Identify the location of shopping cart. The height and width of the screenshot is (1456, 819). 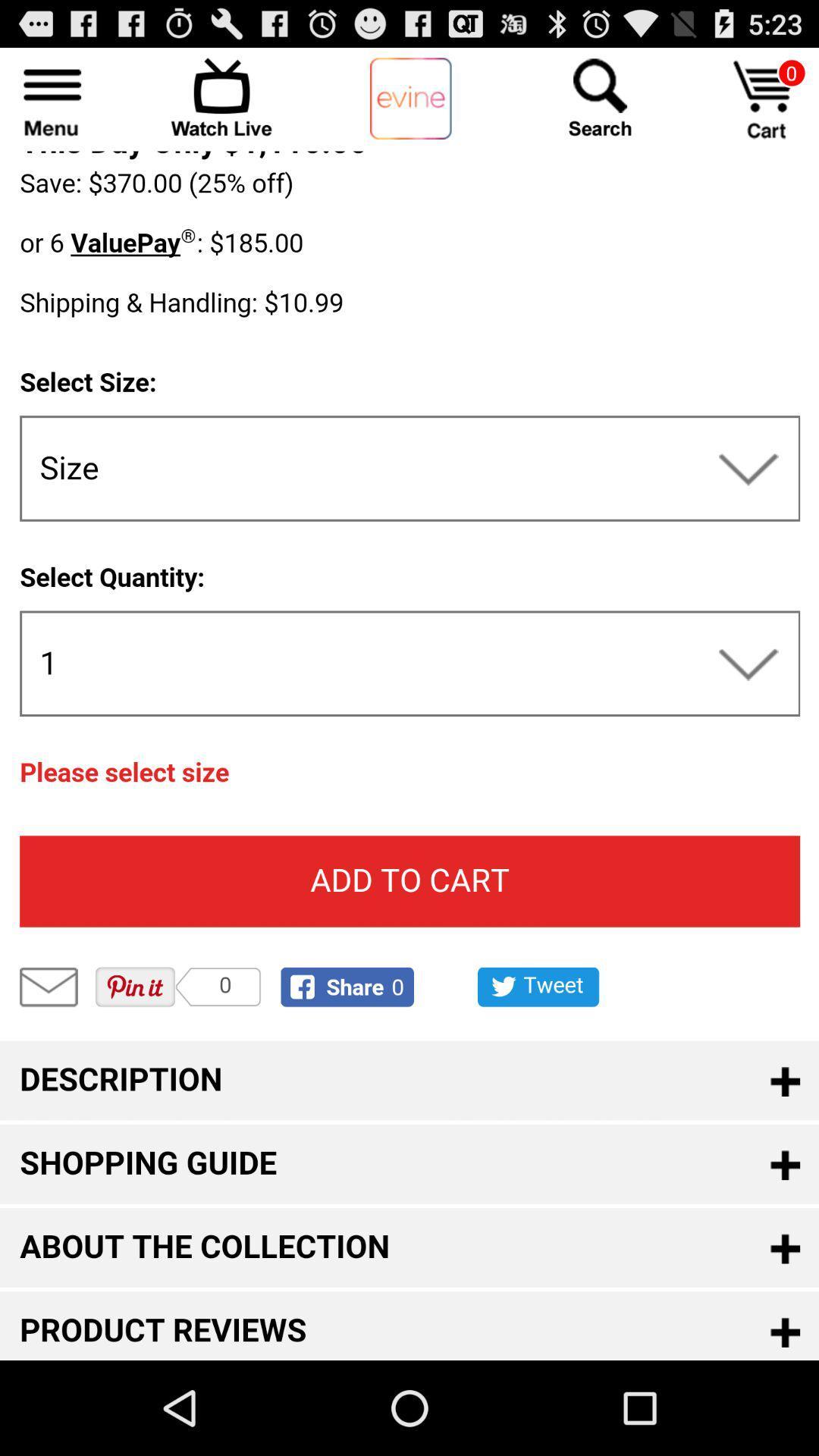
(766, 99).